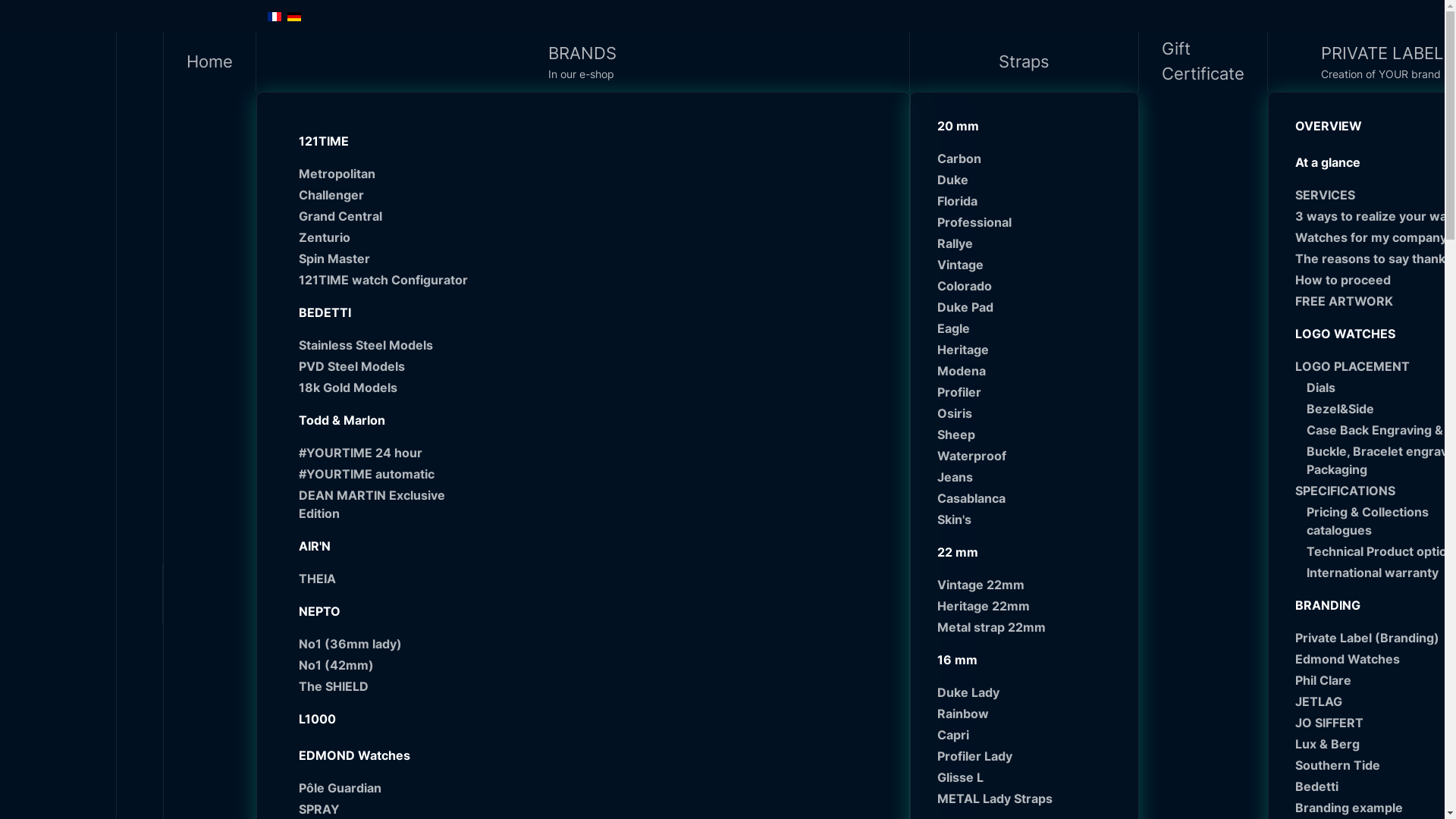  I want to click on 'Gift Certificate', so click(1203, 61).